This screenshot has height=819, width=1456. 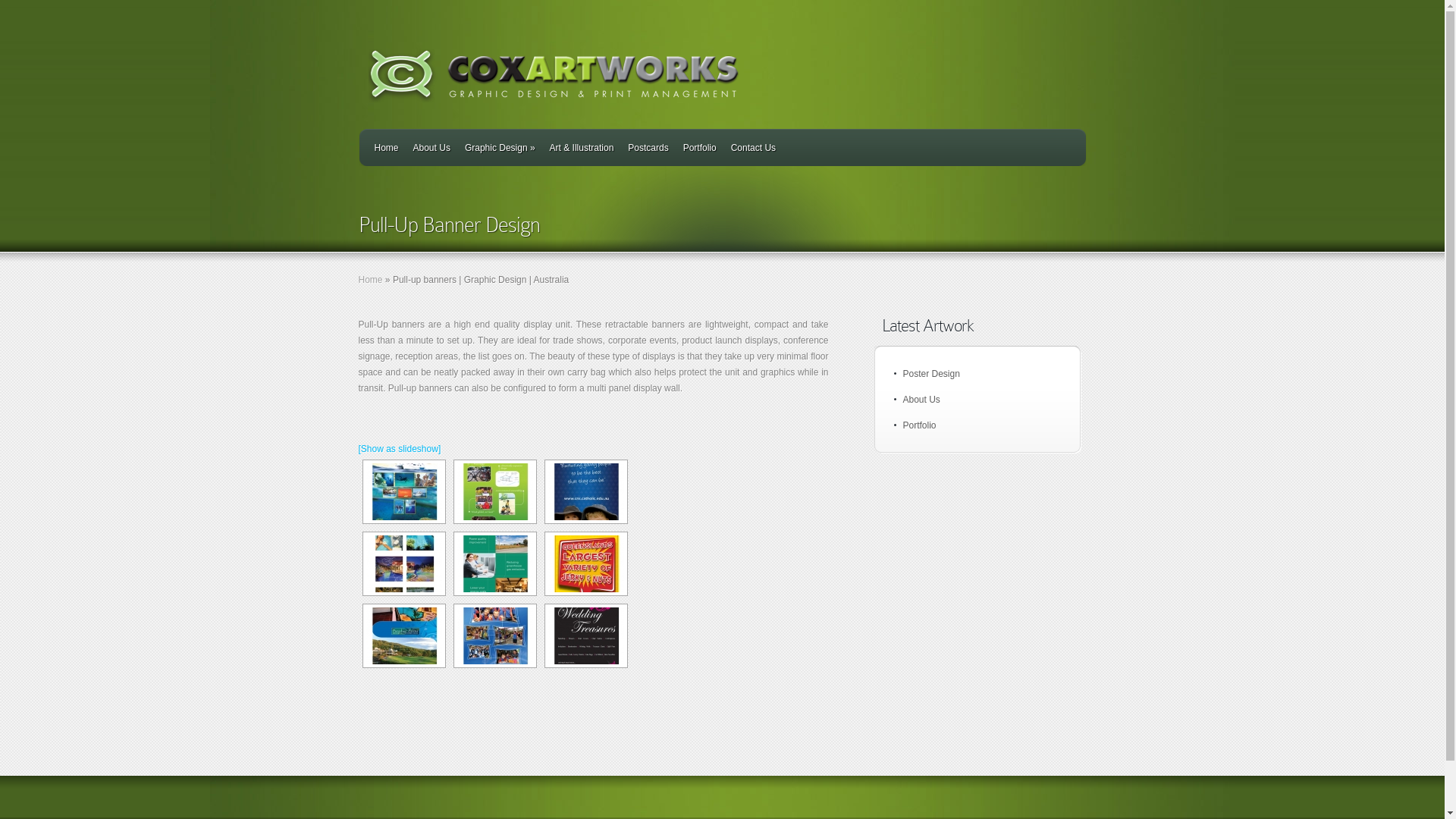 What do you see at coordinates (403, 563) in the screenshot?
I see `'EcosplashBannerstand1'` at bounding box center [403, 563].